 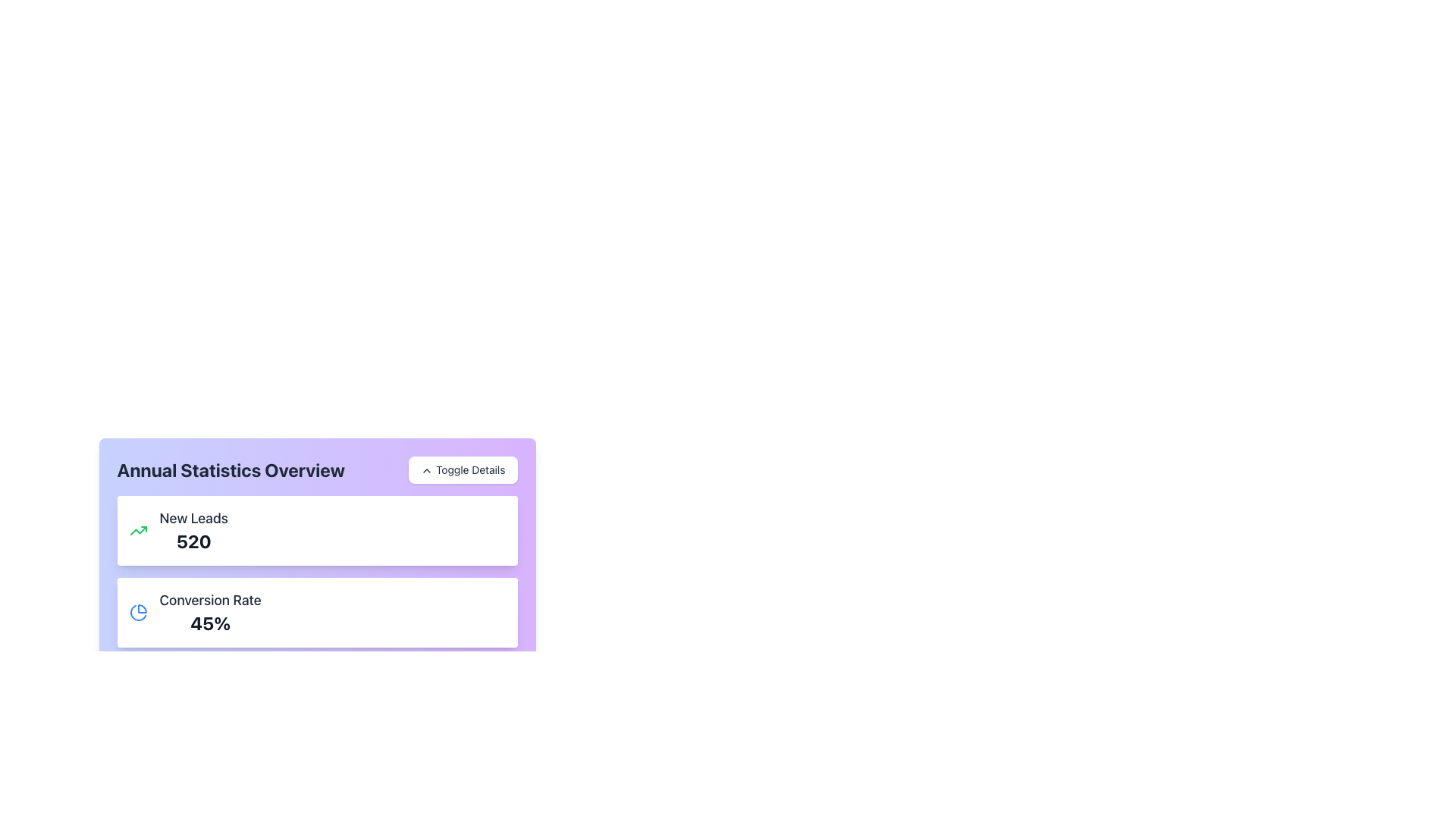 I want to click on the growth icon located to the left of the 'New Leads' text in the first card of the dashboard to interpret its meaning, so click(x=138, y=529).